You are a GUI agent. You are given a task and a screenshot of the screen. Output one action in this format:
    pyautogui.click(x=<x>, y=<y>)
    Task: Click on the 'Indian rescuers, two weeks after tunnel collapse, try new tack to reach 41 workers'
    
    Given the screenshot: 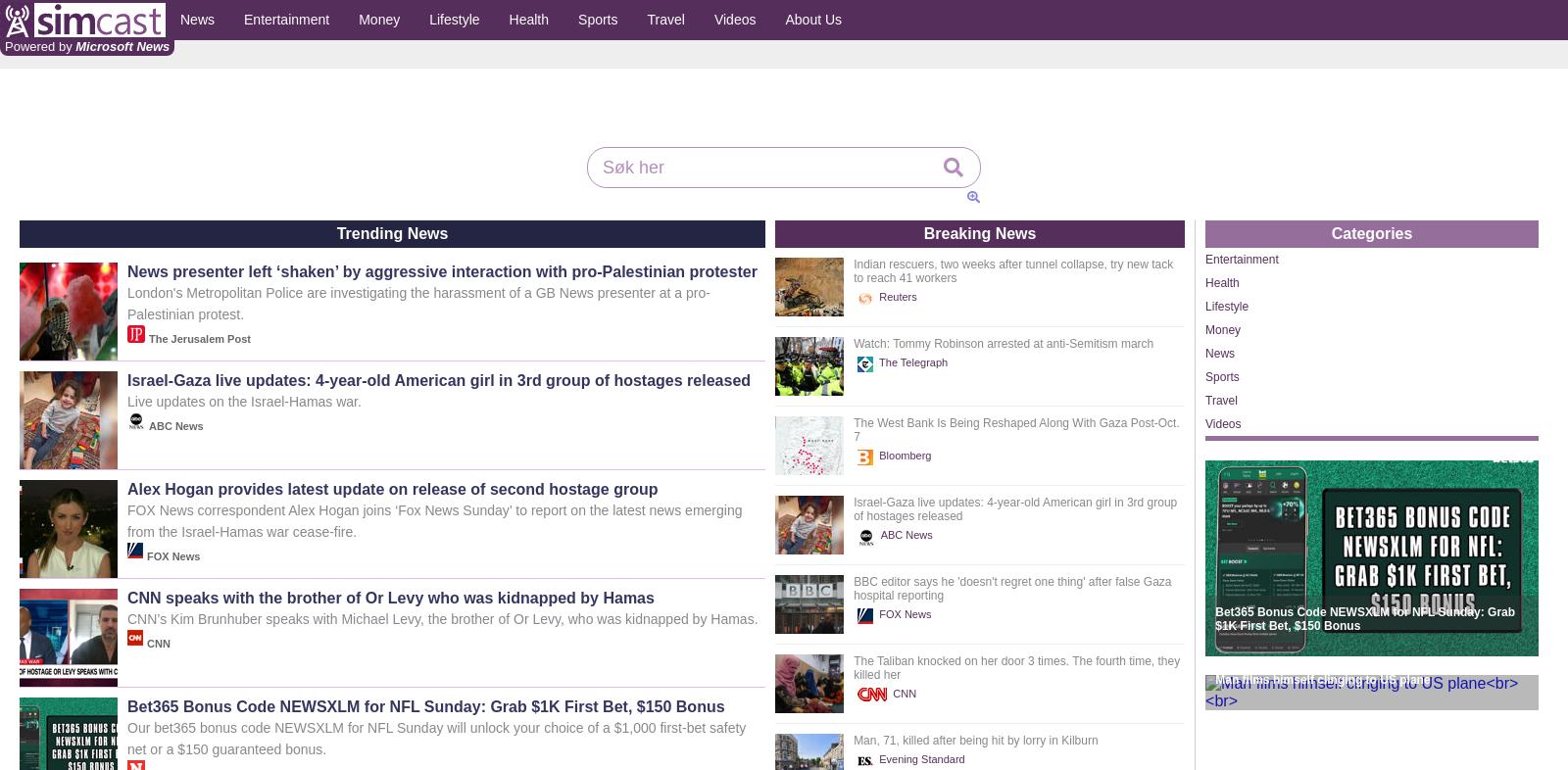 What is the action you would take?
    pyautogui.click(x=1012, y=270)
    